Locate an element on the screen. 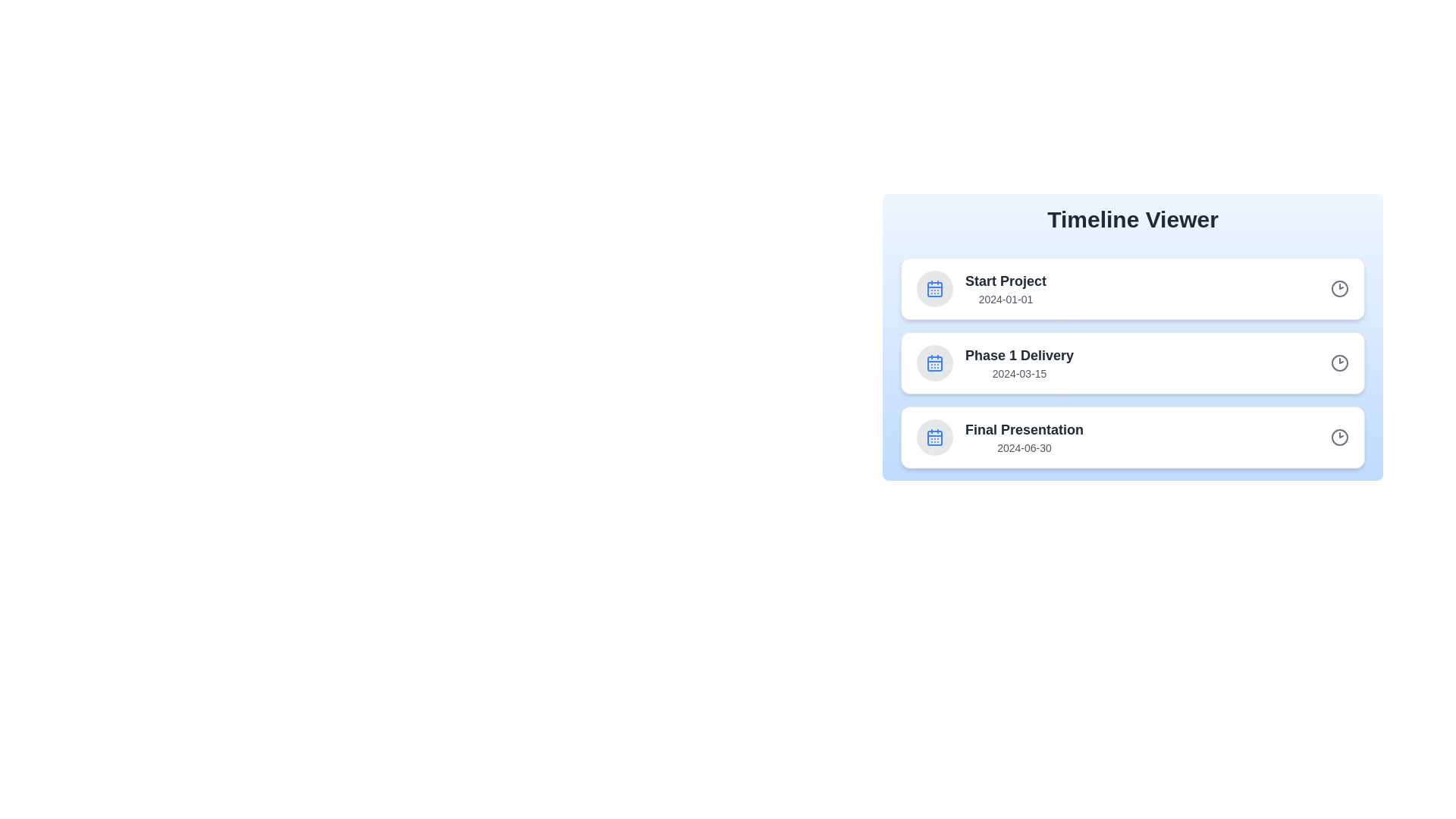 This screenshot has width=1456, height=819. the text label displaying the title 'Final Presentation', which is styled in bold and located in the third row of the timeline list is located at coordinates (1025, 430).